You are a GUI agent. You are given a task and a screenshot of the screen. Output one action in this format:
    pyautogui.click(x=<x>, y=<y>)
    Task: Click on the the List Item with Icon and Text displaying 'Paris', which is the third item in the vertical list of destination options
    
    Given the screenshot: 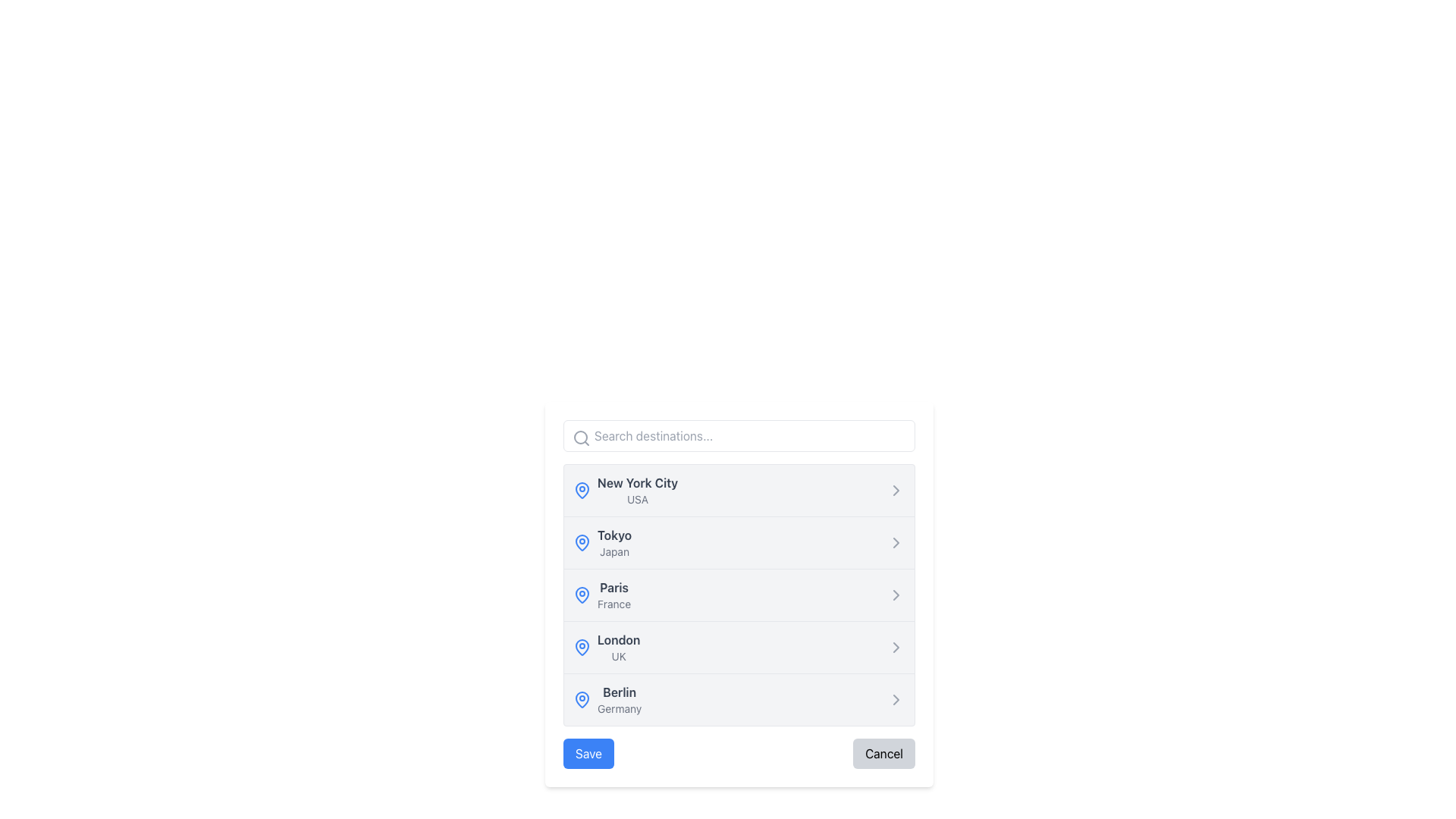 What is the action you would take?
    pyautogui.click(x=601, y=595)
    